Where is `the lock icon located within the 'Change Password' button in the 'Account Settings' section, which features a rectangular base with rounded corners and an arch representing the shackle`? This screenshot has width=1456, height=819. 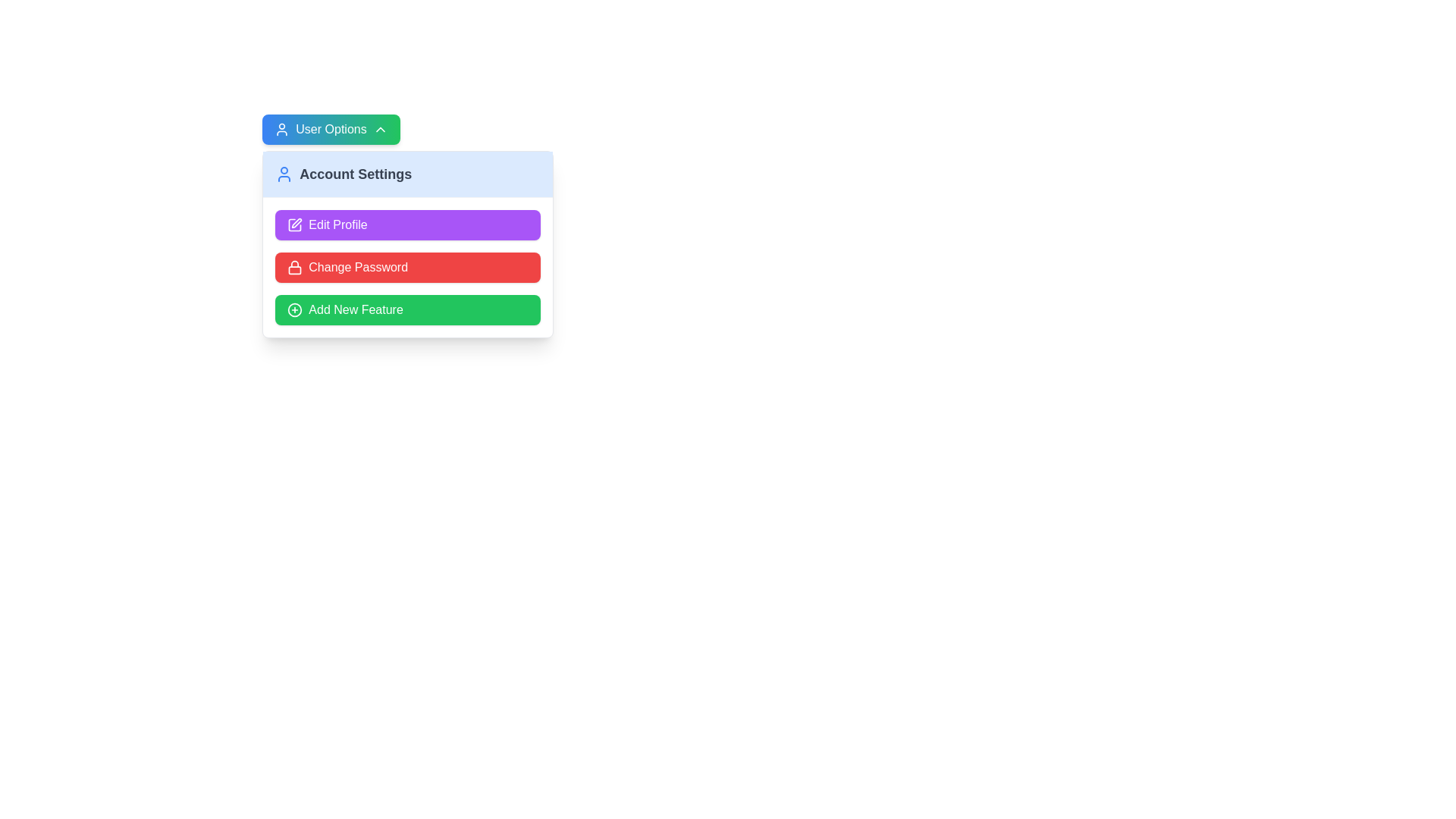
the lock icon located within the 'Change Password' button in the 'Account Settings' section, which features a rectangular base with rounded corners and an arch representing the shackle is located at coordinates (295, 267).